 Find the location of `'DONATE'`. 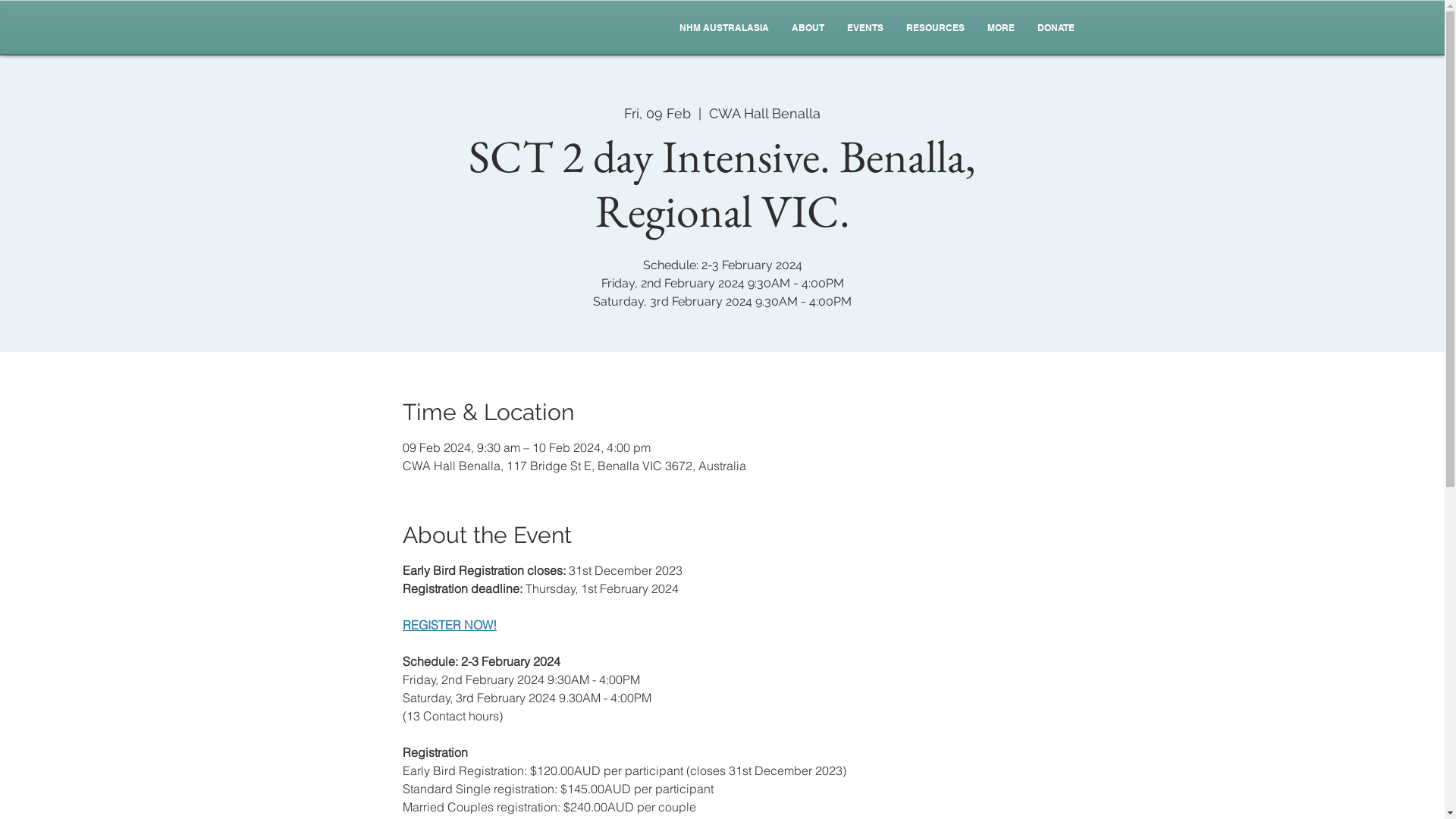

'DONATE' is located at coordinates (1054, 28).